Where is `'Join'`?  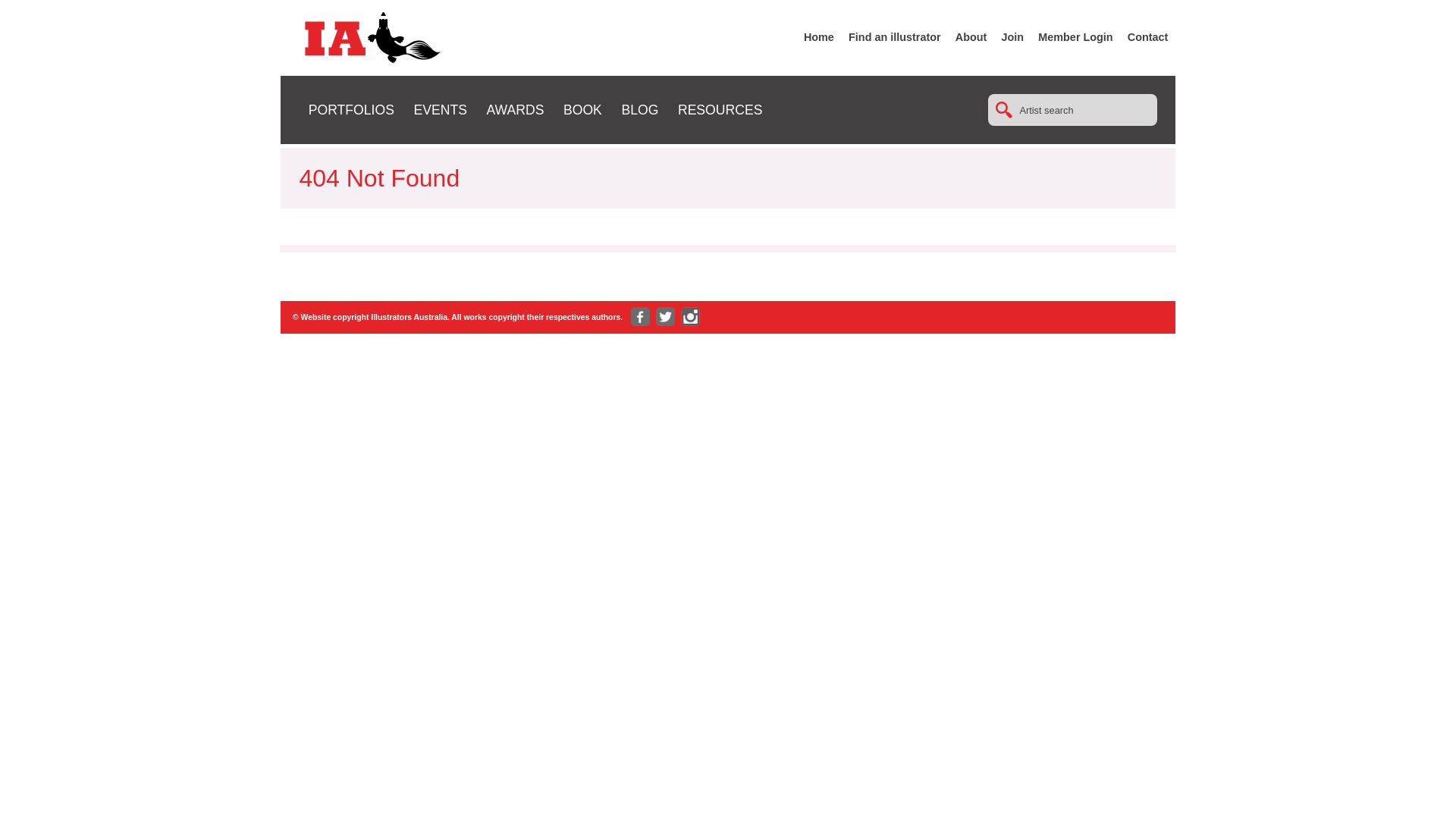 'Join' is located at coordinates (1012, 36).